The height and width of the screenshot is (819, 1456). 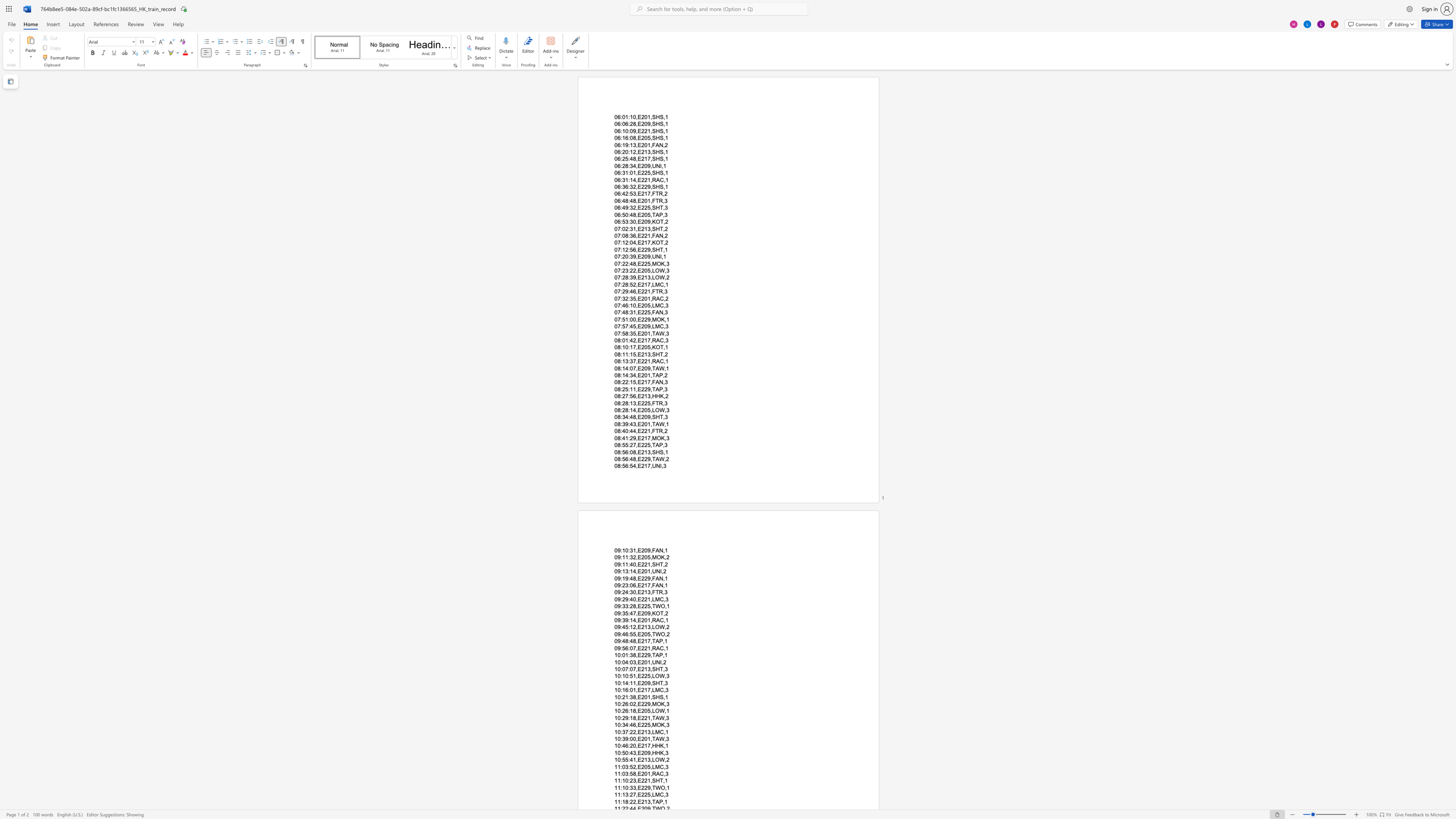 What do you see at coordinates (632, 452) in the screenshot?
I see `the subset text "8,E213,SHS," within the text "08:56:08,E213,SHS,1"` at bounding box center [632, 452].